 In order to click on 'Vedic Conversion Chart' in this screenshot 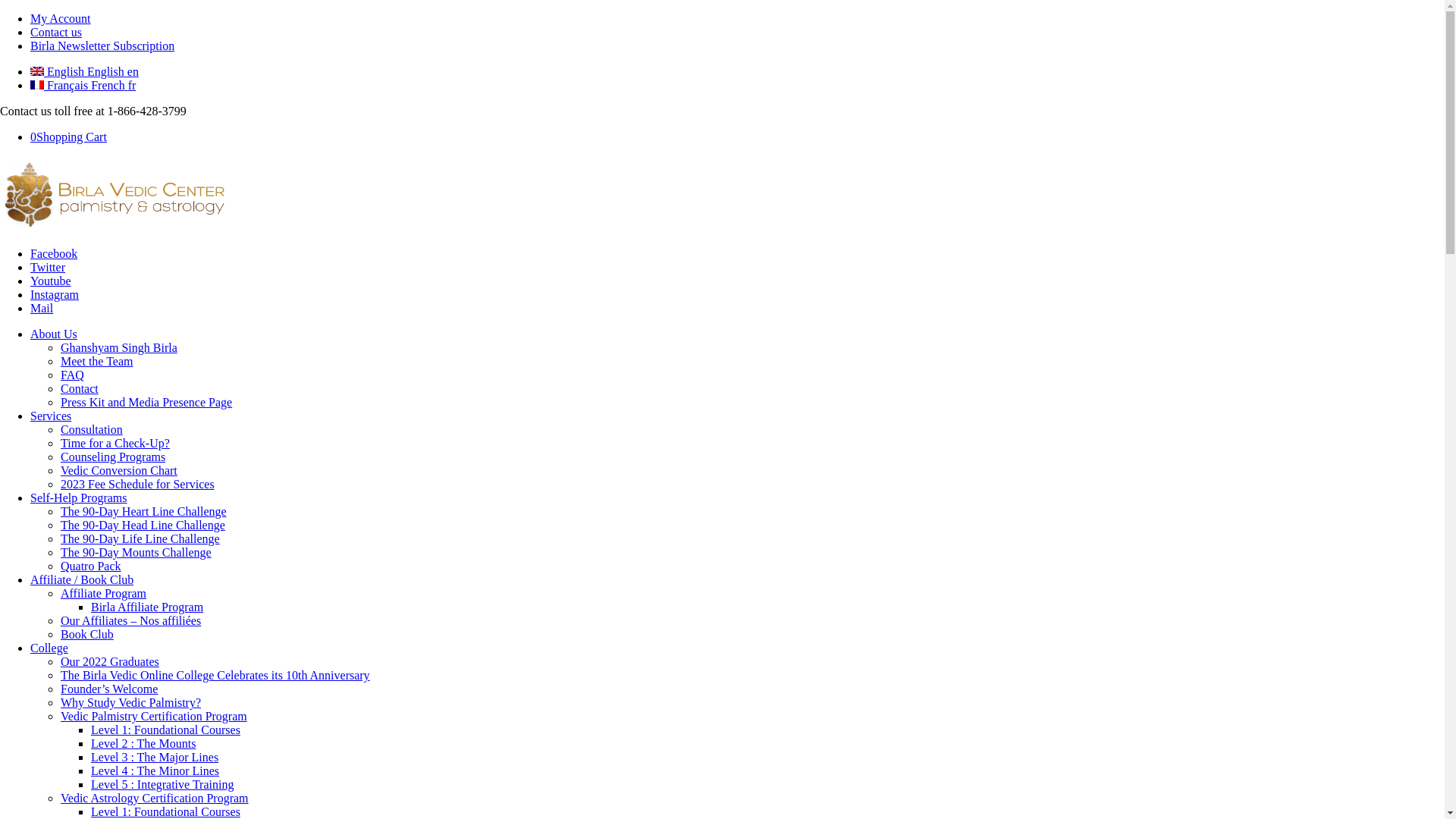, I will do `click(118, 469)`.